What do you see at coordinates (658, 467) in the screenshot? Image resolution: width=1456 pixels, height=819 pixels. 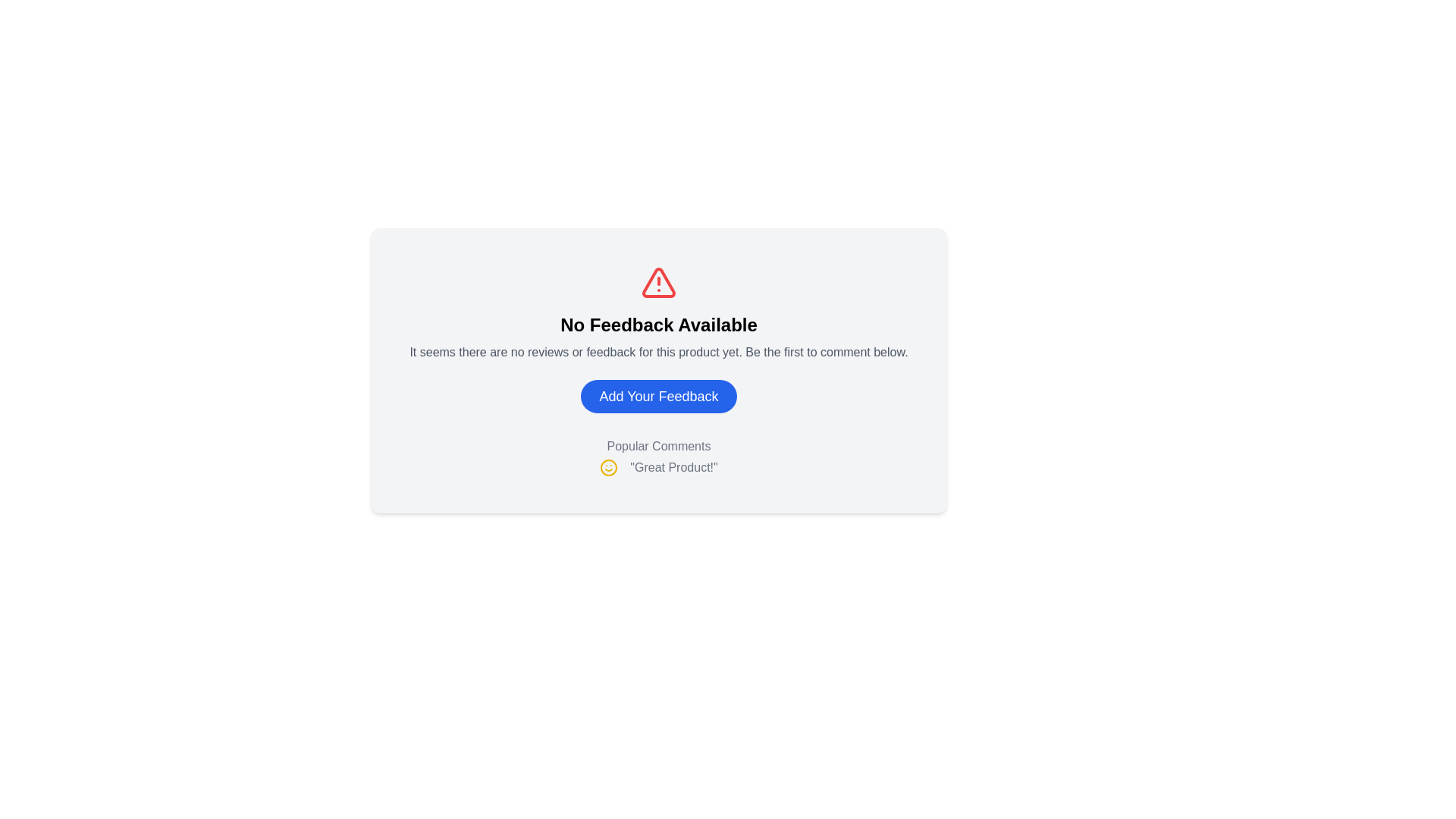 I see `the combination element that consists of the text 'Great Product!' and a yellow smiley face icon, located under the heading 'Popular Comments.'` at bounding box center [658, 467].